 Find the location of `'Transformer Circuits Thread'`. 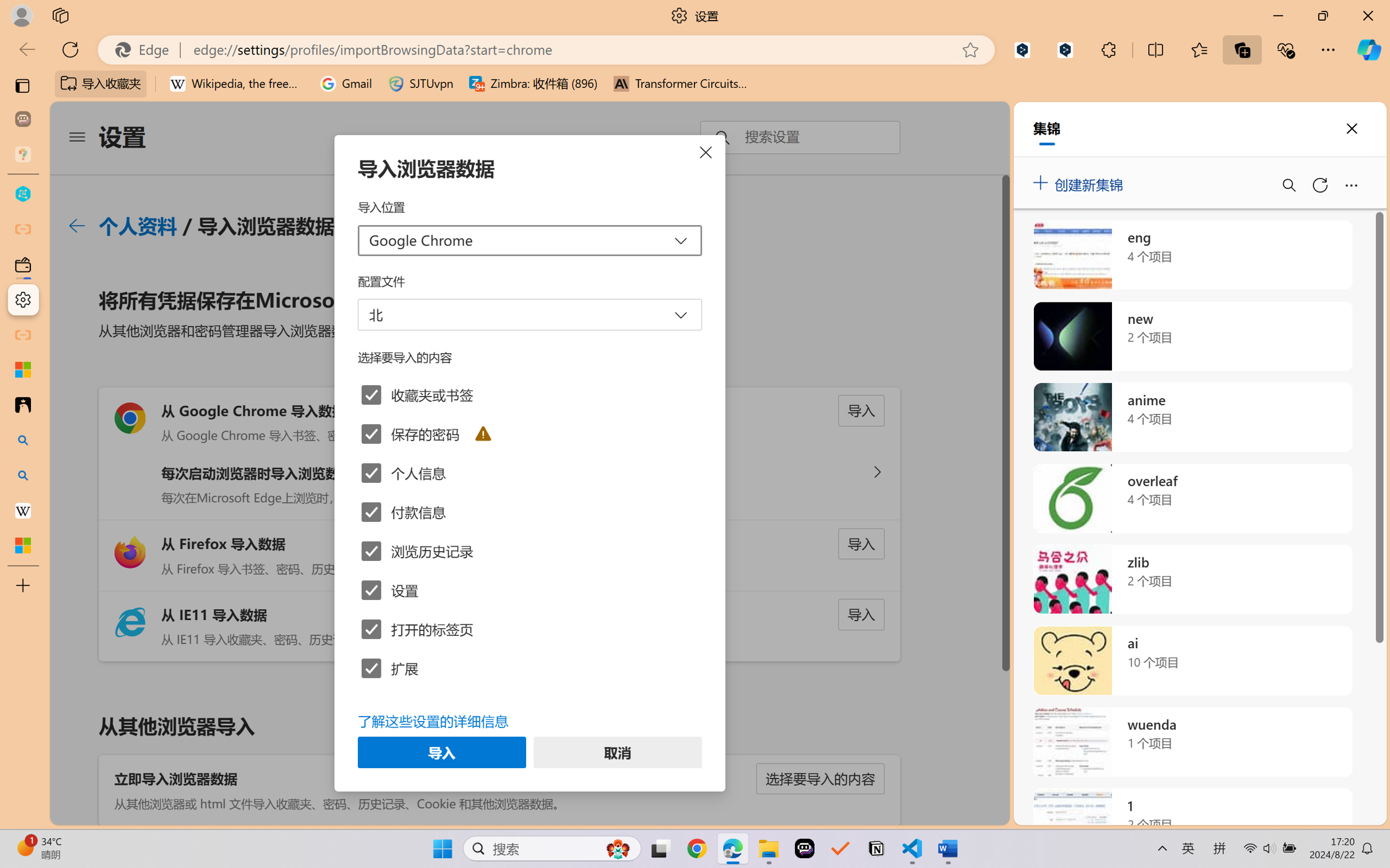

'Transformer Circuits Thread' is located at coordinates (680, 83).